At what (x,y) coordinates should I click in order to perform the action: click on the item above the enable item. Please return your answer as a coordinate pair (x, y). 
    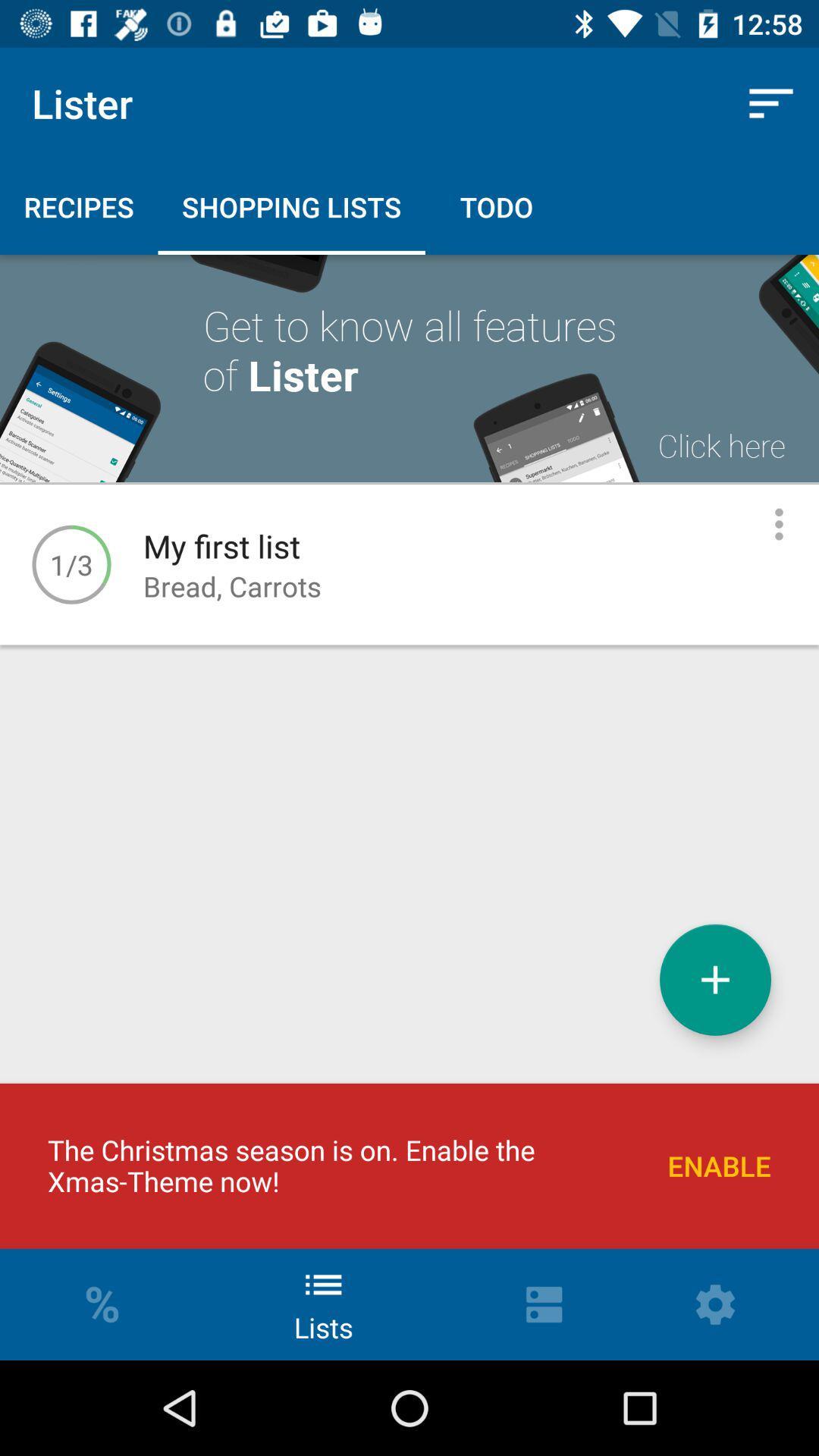
    Looking at the image, I should click on (715, 980).